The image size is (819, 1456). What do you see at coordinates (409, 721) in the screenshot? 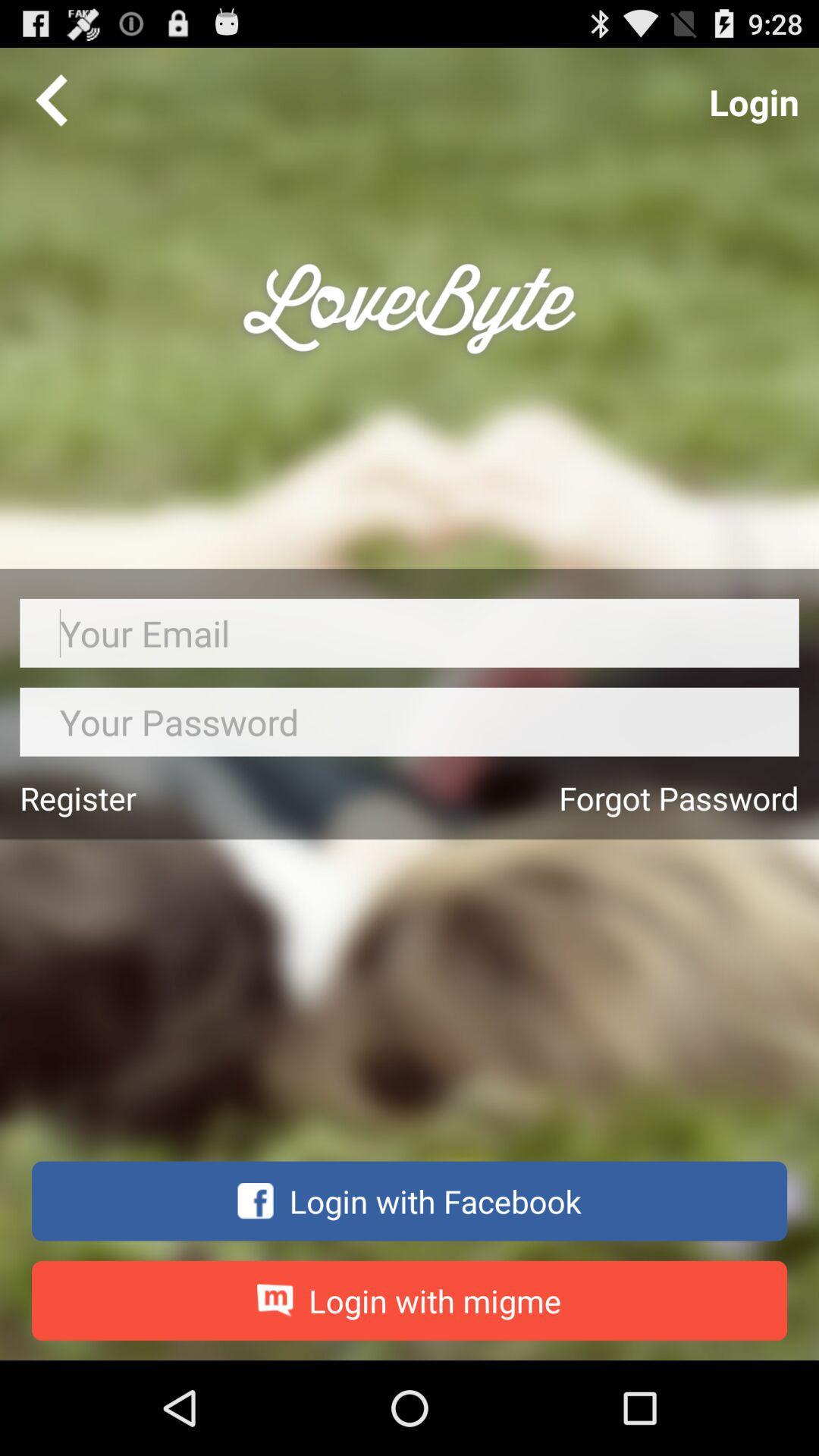
I see `input password` at bounding box center [409, 721].